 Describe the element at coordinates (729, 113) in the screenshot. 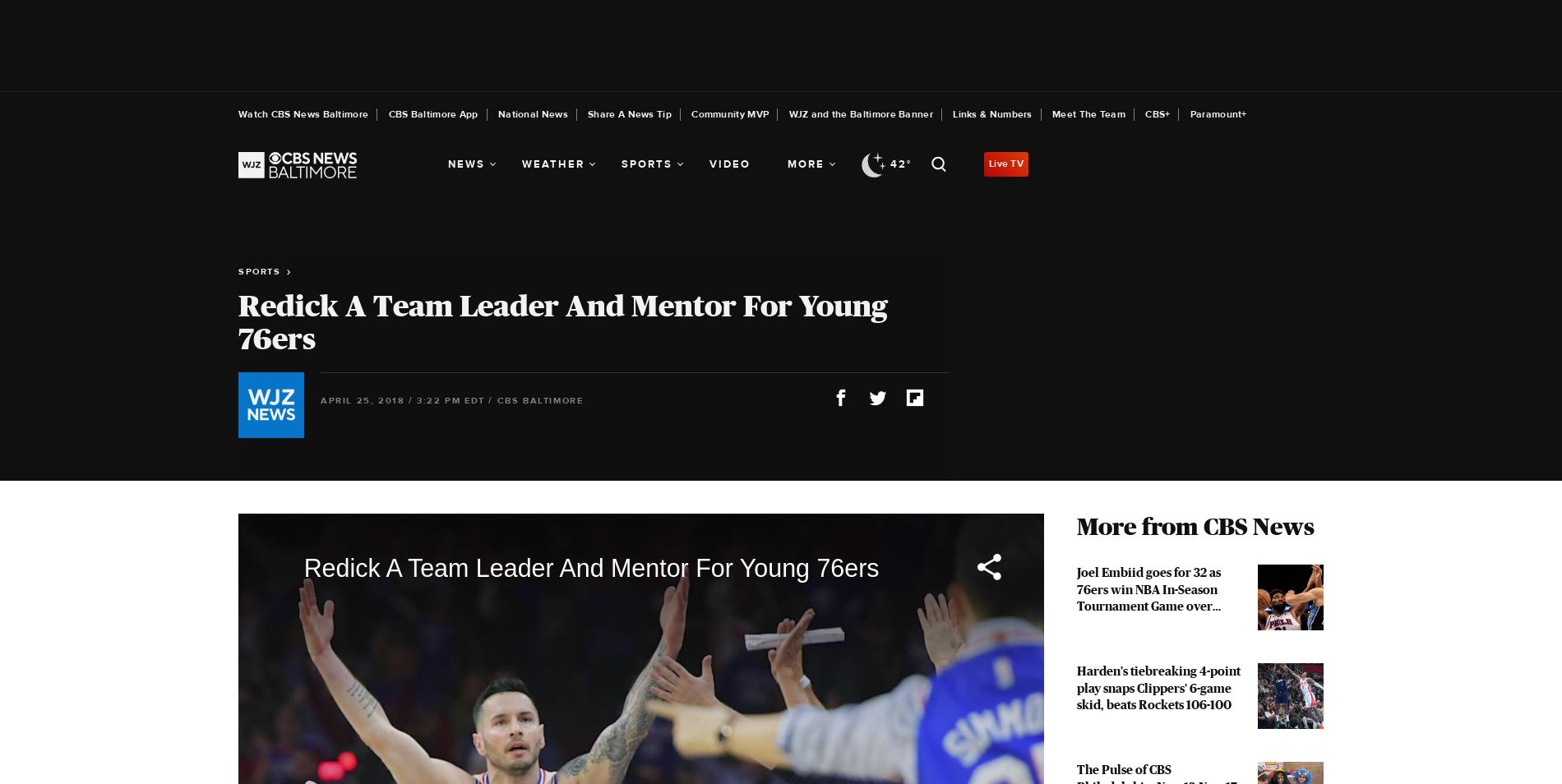

I see `'Community MVP'` at that location.